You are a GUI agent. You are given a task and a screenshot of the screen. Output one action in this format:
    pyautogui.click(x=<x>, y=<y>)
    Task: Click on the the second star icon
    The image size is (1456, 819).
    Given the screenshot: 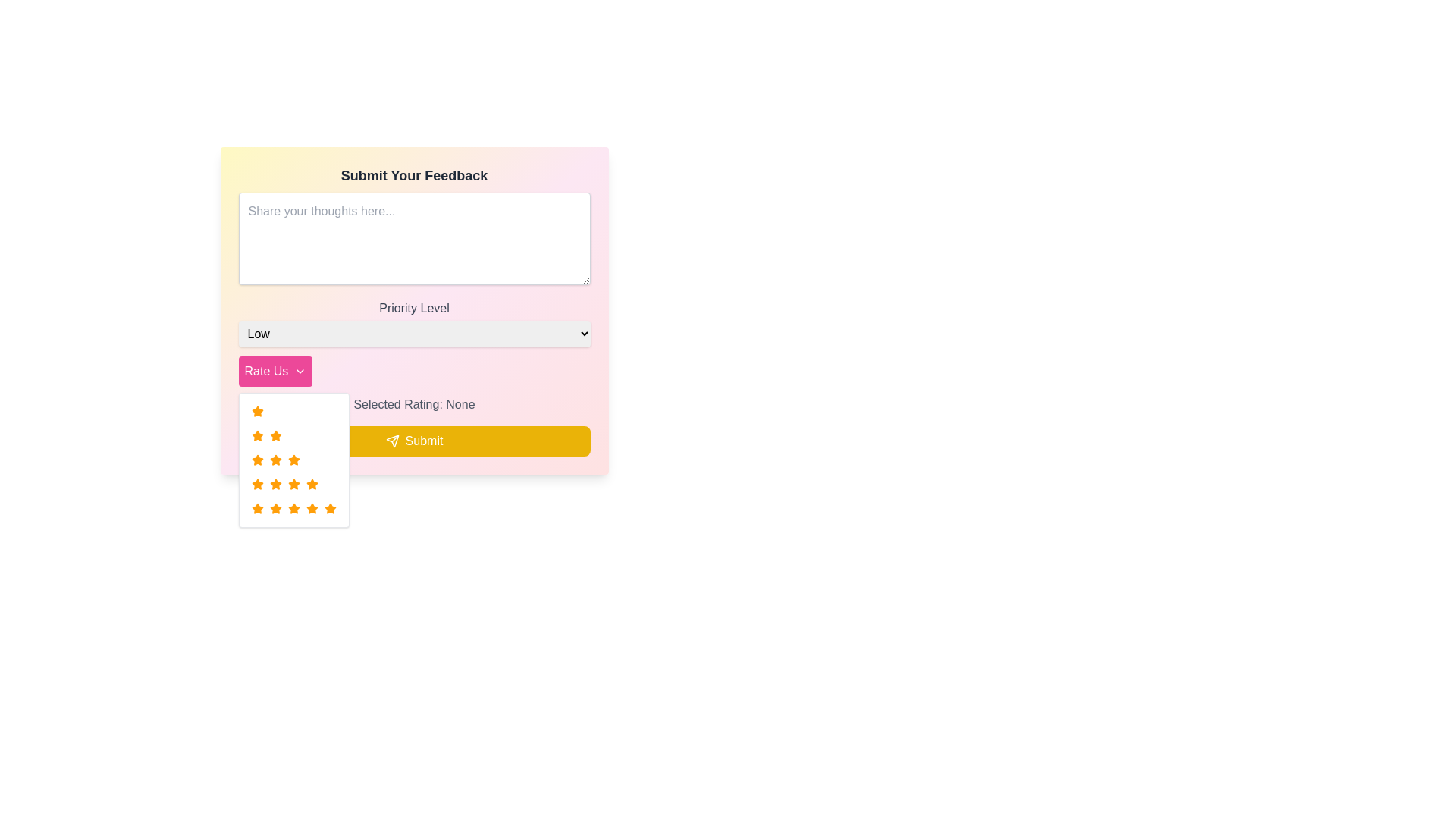 What is the action you would take?
    pyautogui.click(x=275, y=435)
    